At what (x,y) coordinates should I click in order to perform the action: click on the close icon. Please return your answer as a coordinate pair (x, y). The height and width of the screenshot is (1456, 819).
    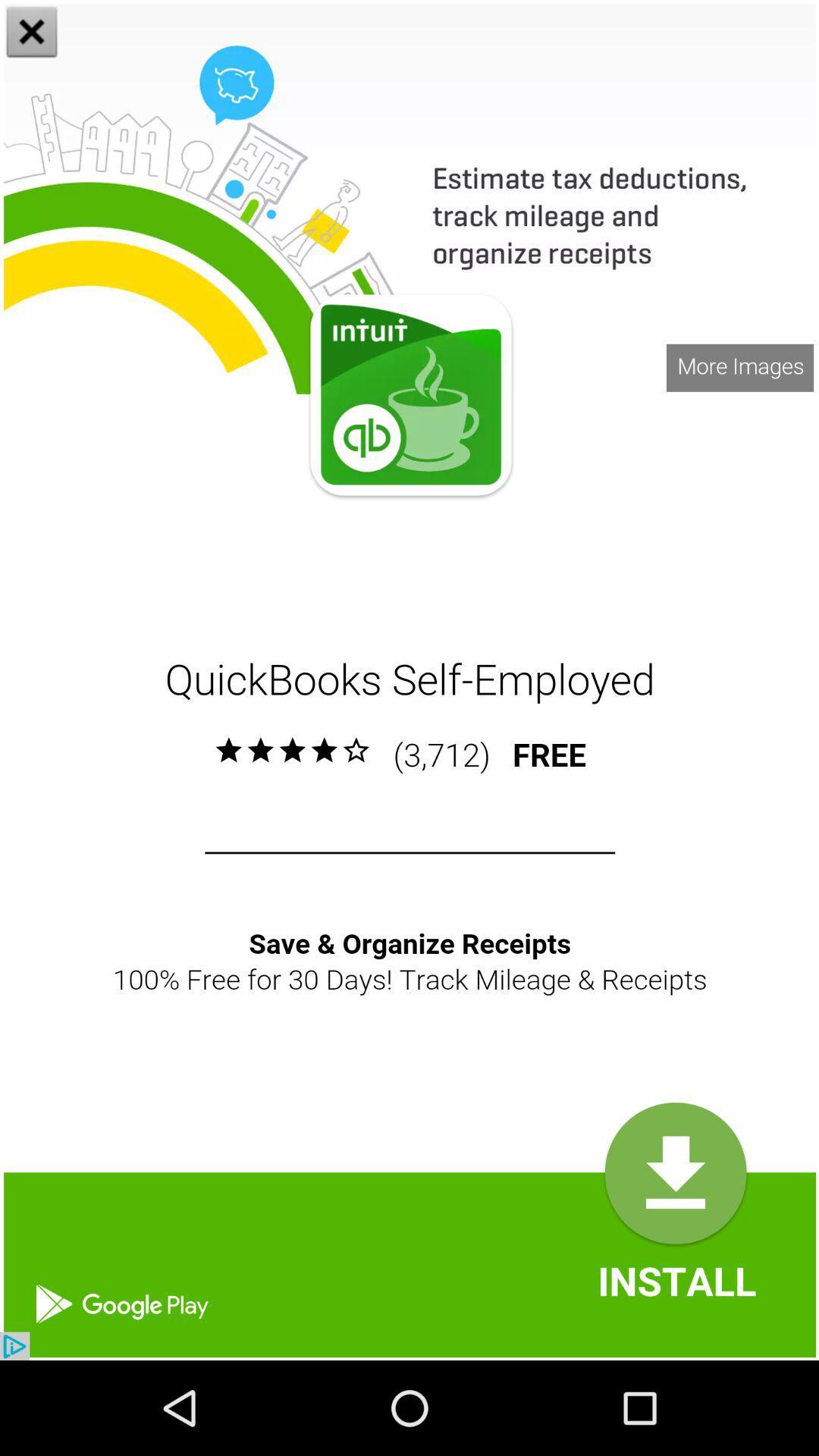
    Looking at the image, I should click on (32, 33).